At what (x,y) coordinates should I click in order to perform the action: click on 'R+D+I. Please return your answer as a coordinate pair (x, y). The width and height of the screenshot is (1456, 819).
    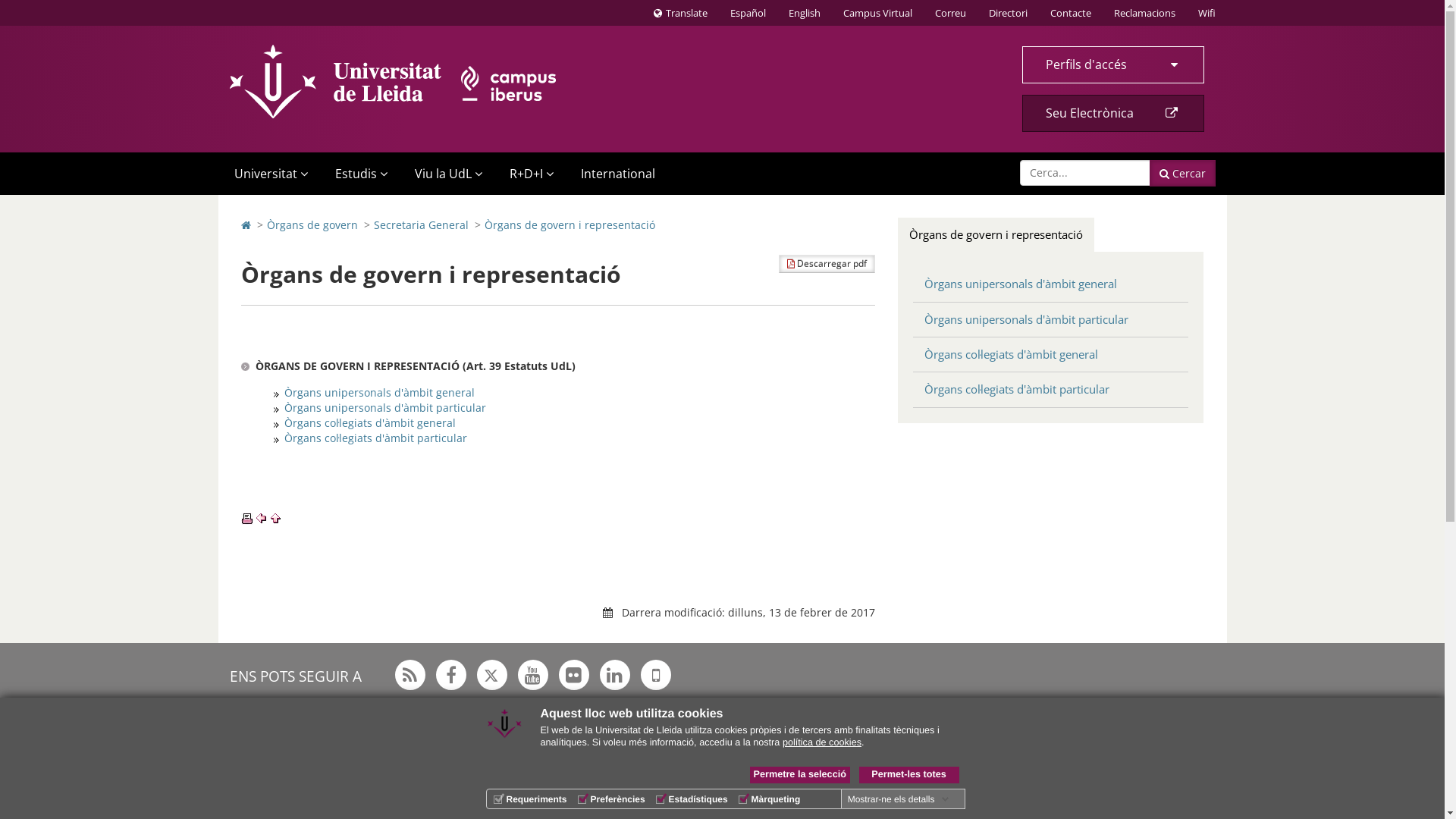
    Looking at the image, I should click on (528, 172).